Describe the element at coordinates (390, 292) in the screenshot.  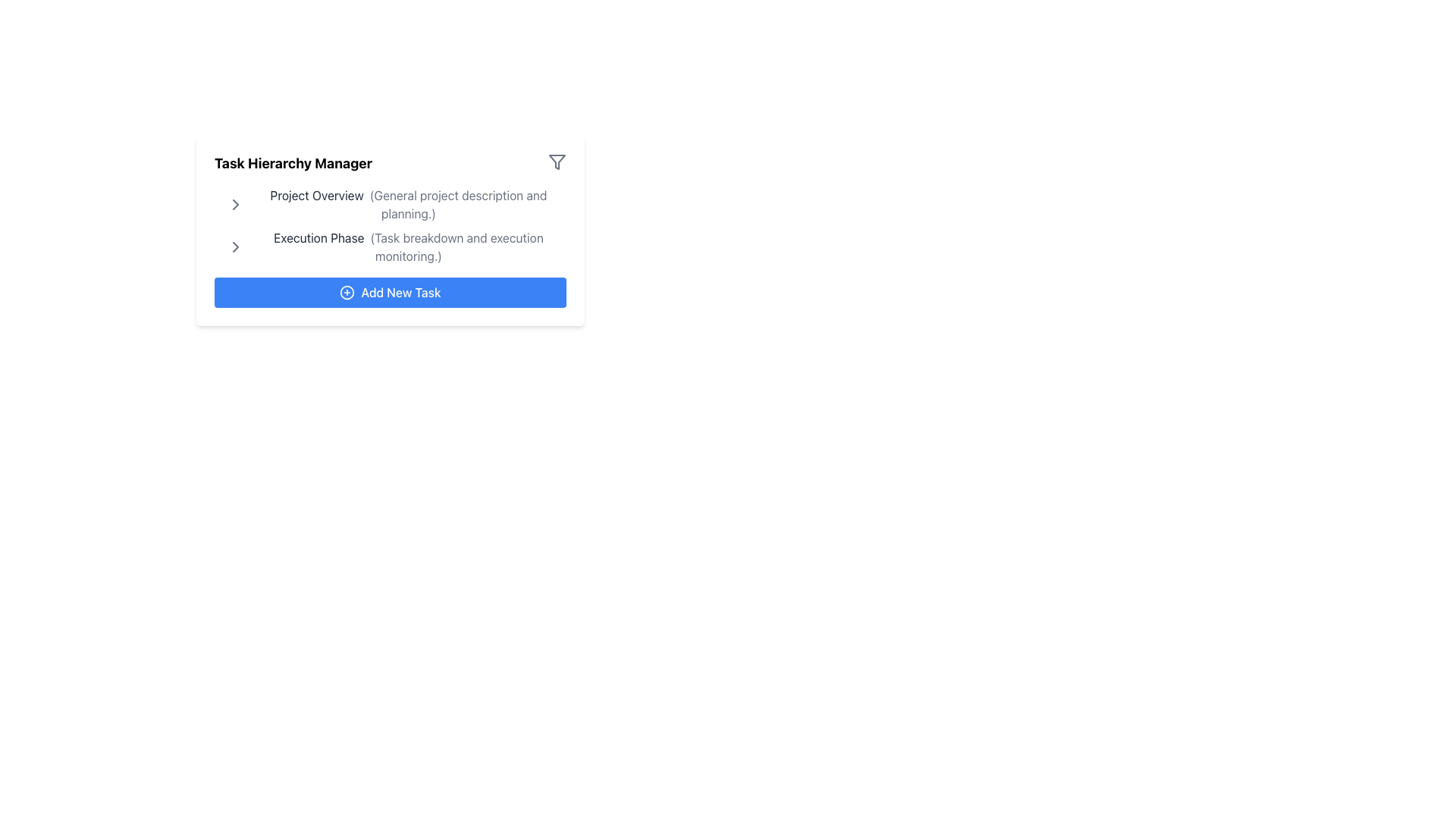
I see `the 'Add New Task' button with a blue background and white text` at that location.